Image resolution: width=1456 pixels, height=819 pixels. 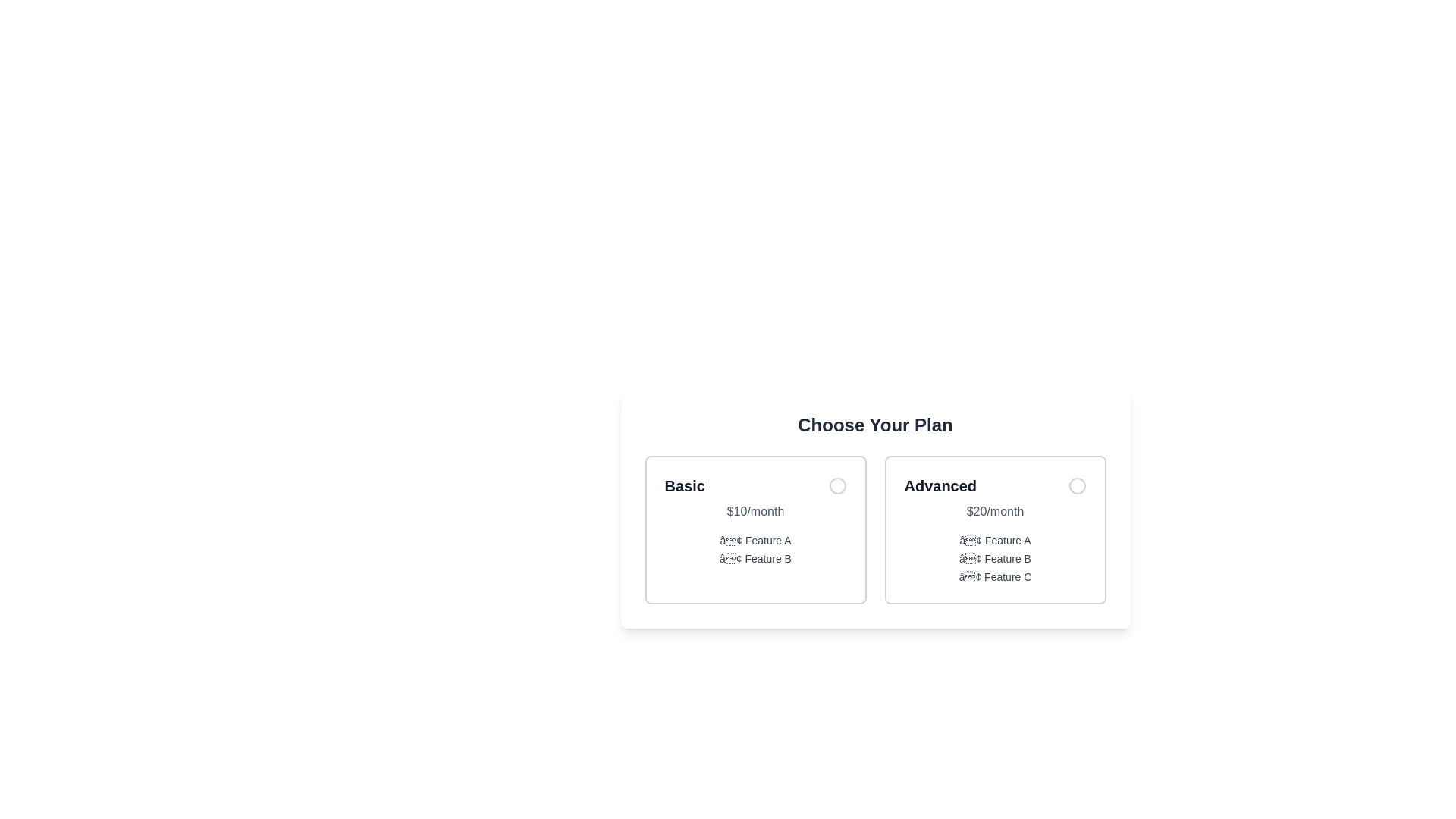 What do you see at coordinates (1076, 485) in the screenshot?
I see `the radio button in the top-right corner of the 'Advanced' plan card` at bounding box center [1076, 485].